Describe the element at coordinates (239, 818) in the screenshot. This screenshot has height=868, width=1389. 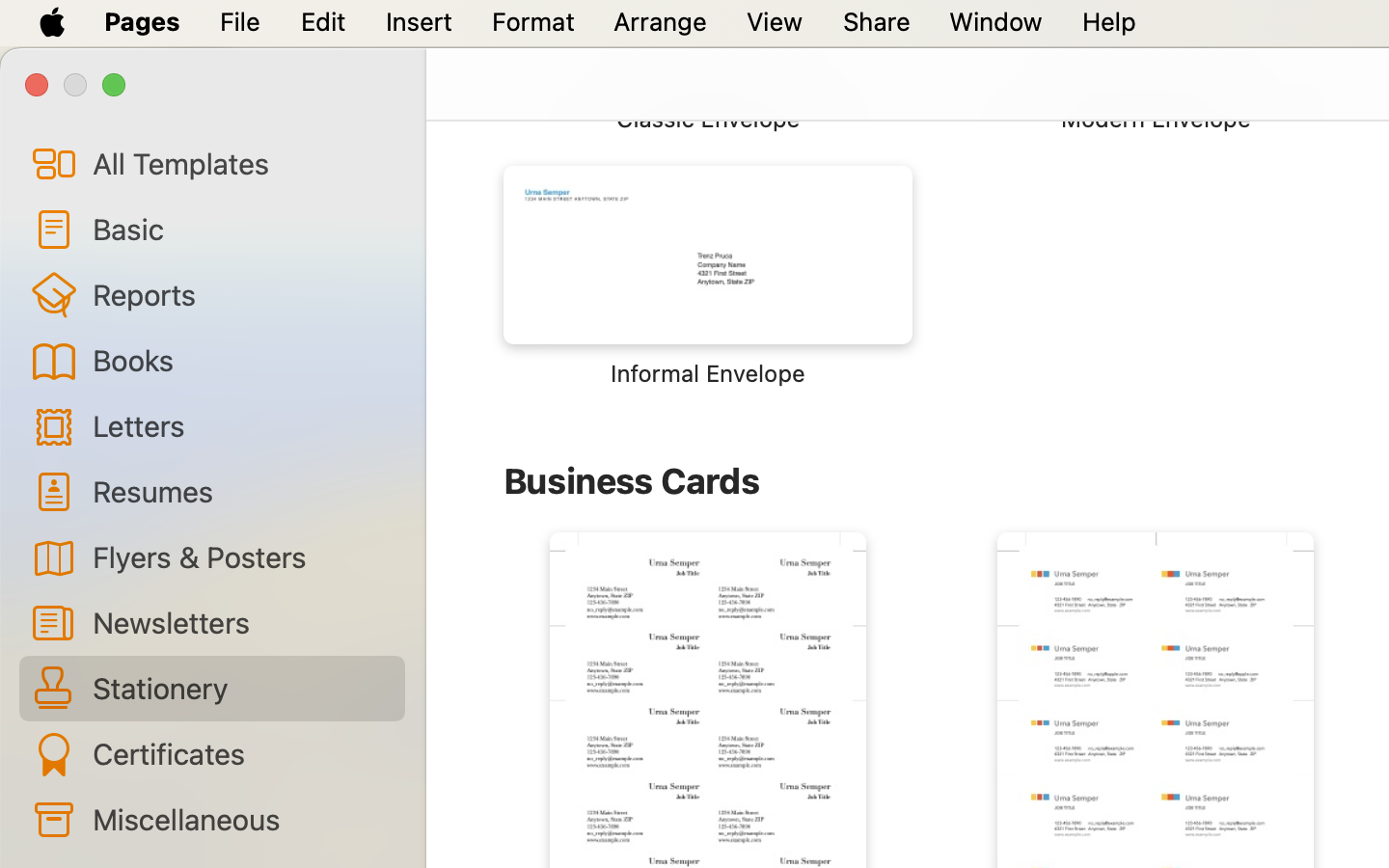
I see `'Miscellaneous'` at that location.